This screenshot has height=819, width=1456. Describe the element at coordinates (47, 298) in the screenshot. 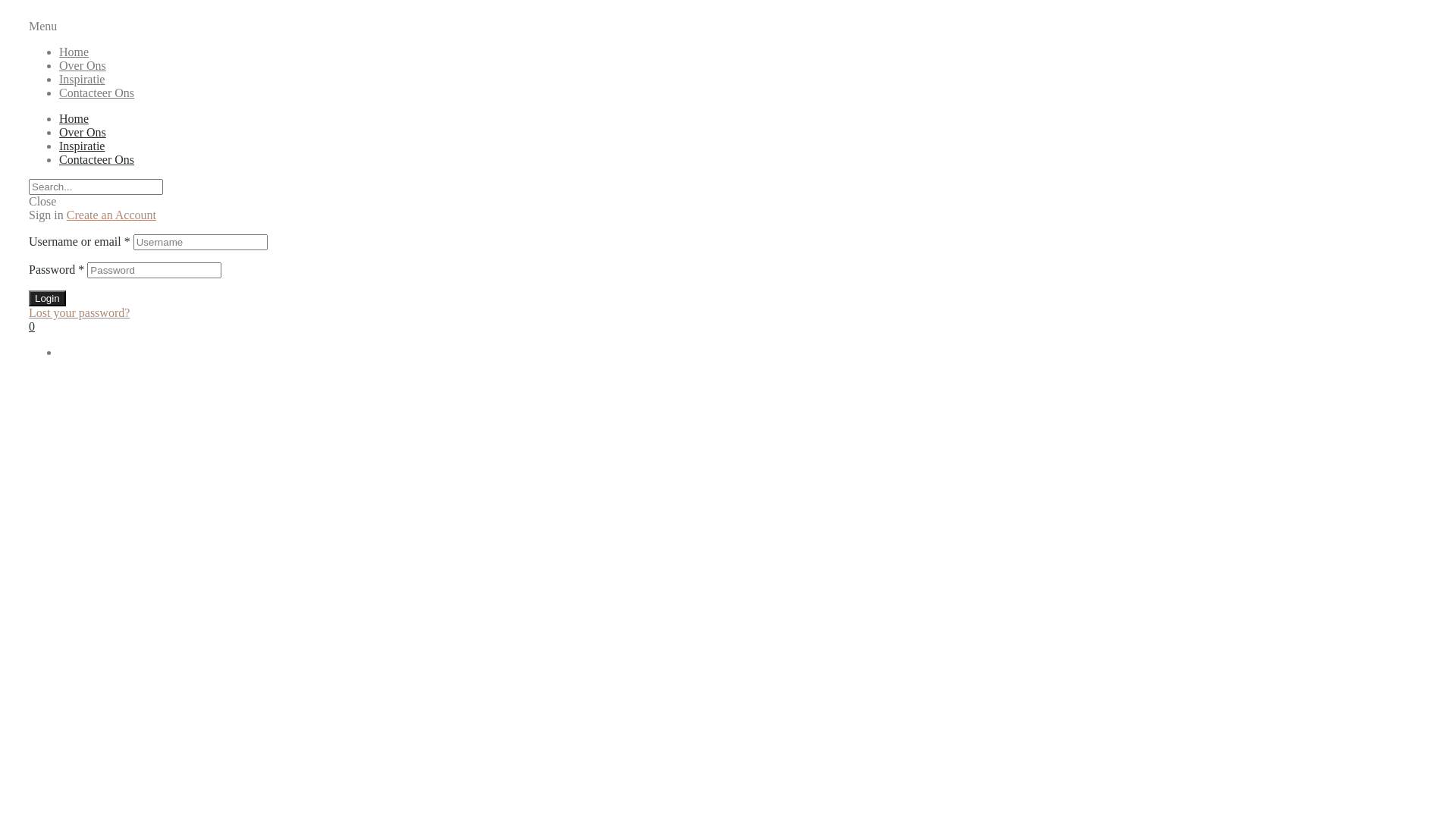

I see `'Login'` at that location.